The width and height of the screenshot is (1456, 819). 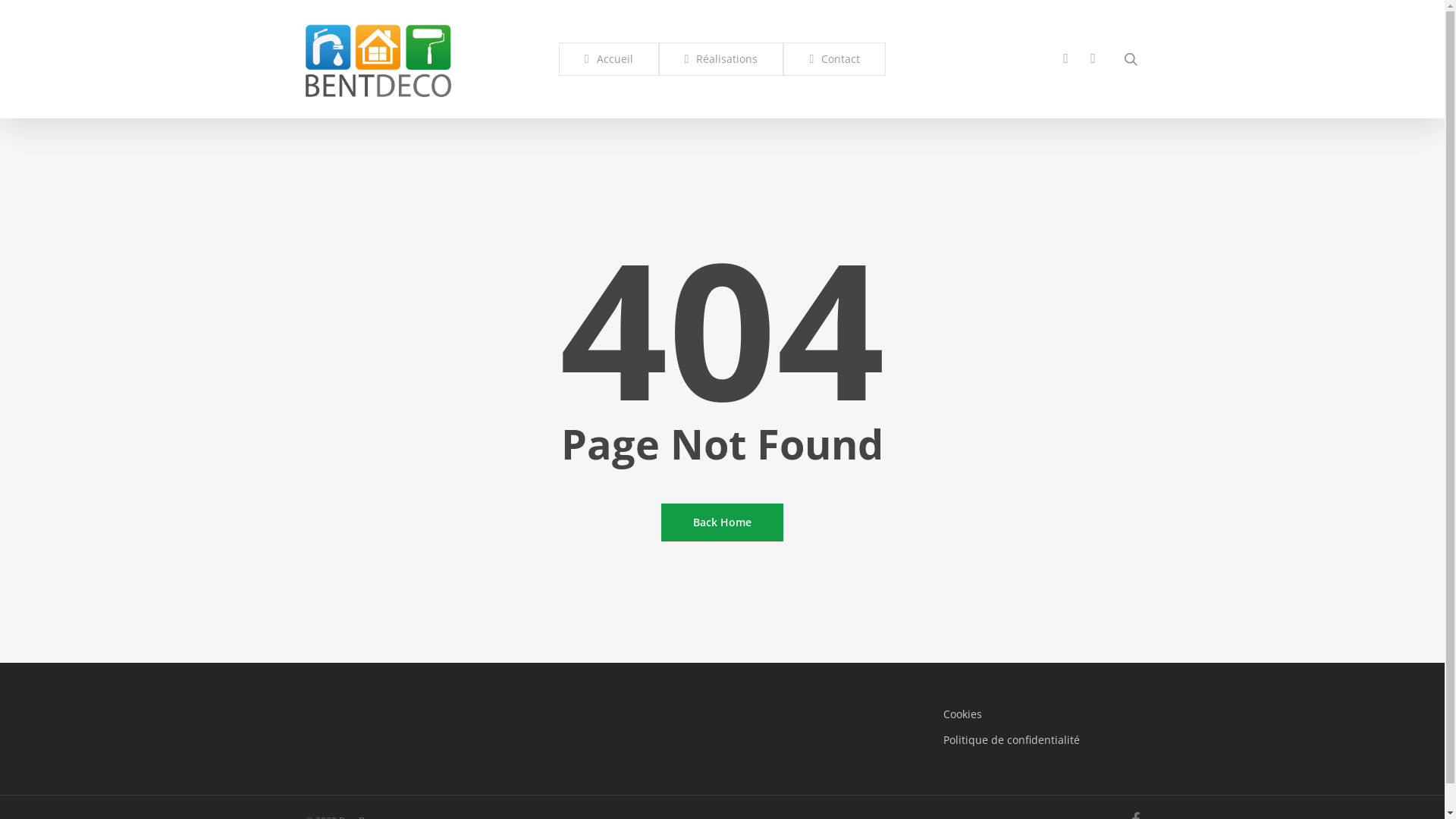 What do you see at coordinates (1129, 58) in the screenshot?
I see `'search'` at bounding box center [1129, 58].